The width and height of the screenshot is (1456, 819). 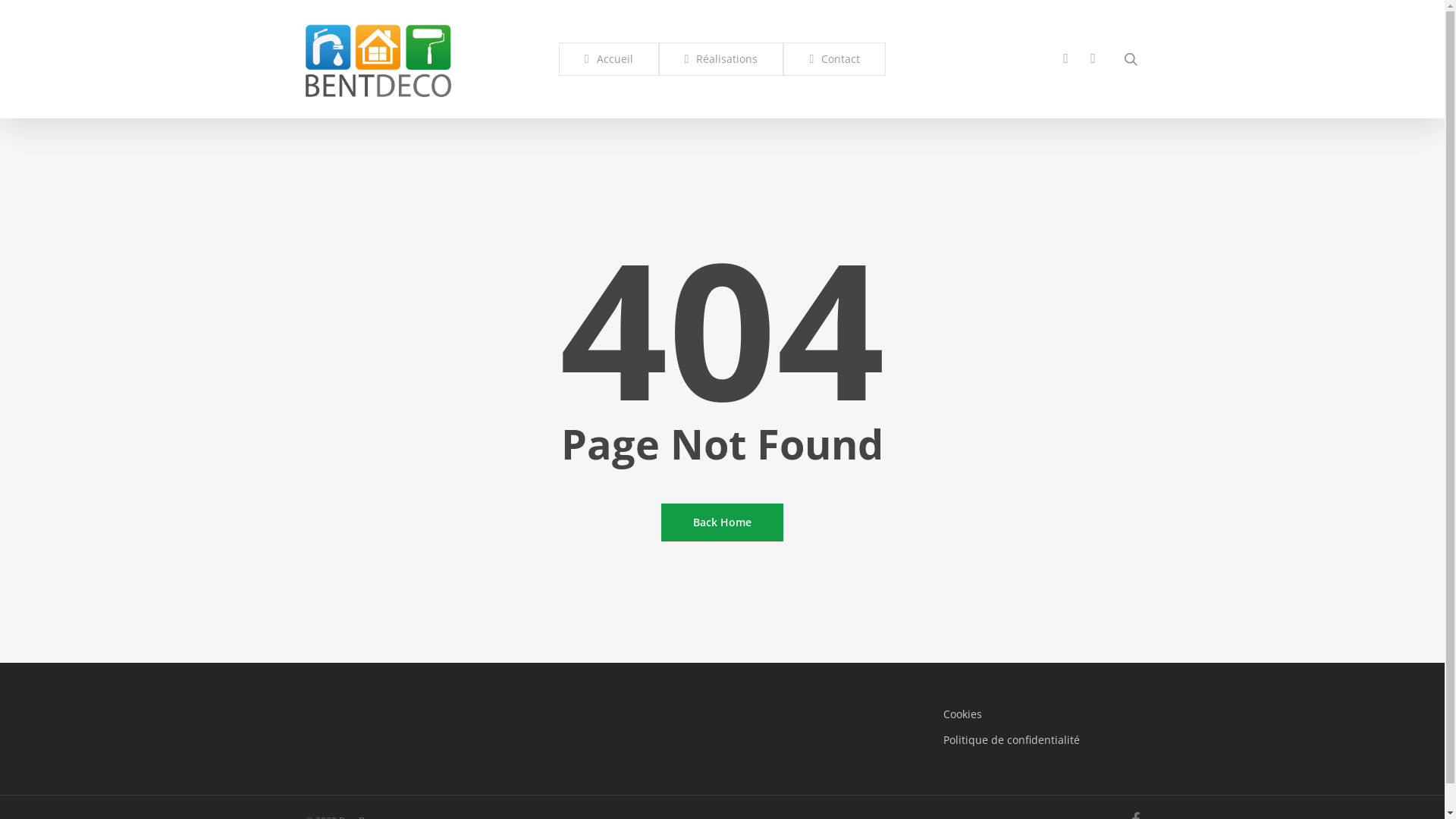 What do you see at coordinates (1129, 58) in the screenshot?
I see `'search'` at bounding box center [1129, 58].